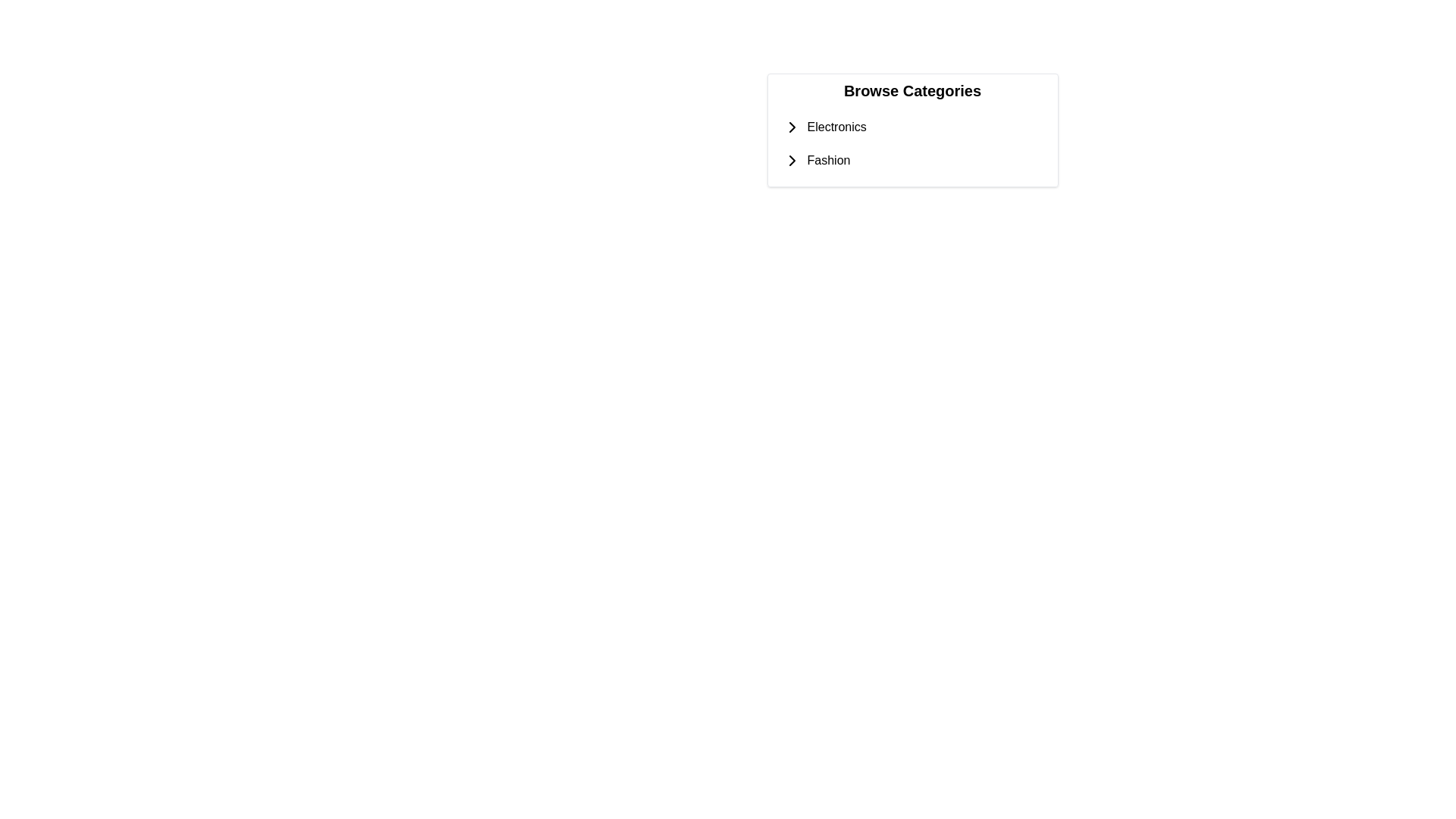 Image resolution: width=1456 pixels, height=819 pixels. I want to click on the rightward-pointing chevron icon located on the left side of the 'Electronics' label, so click(791, 127).